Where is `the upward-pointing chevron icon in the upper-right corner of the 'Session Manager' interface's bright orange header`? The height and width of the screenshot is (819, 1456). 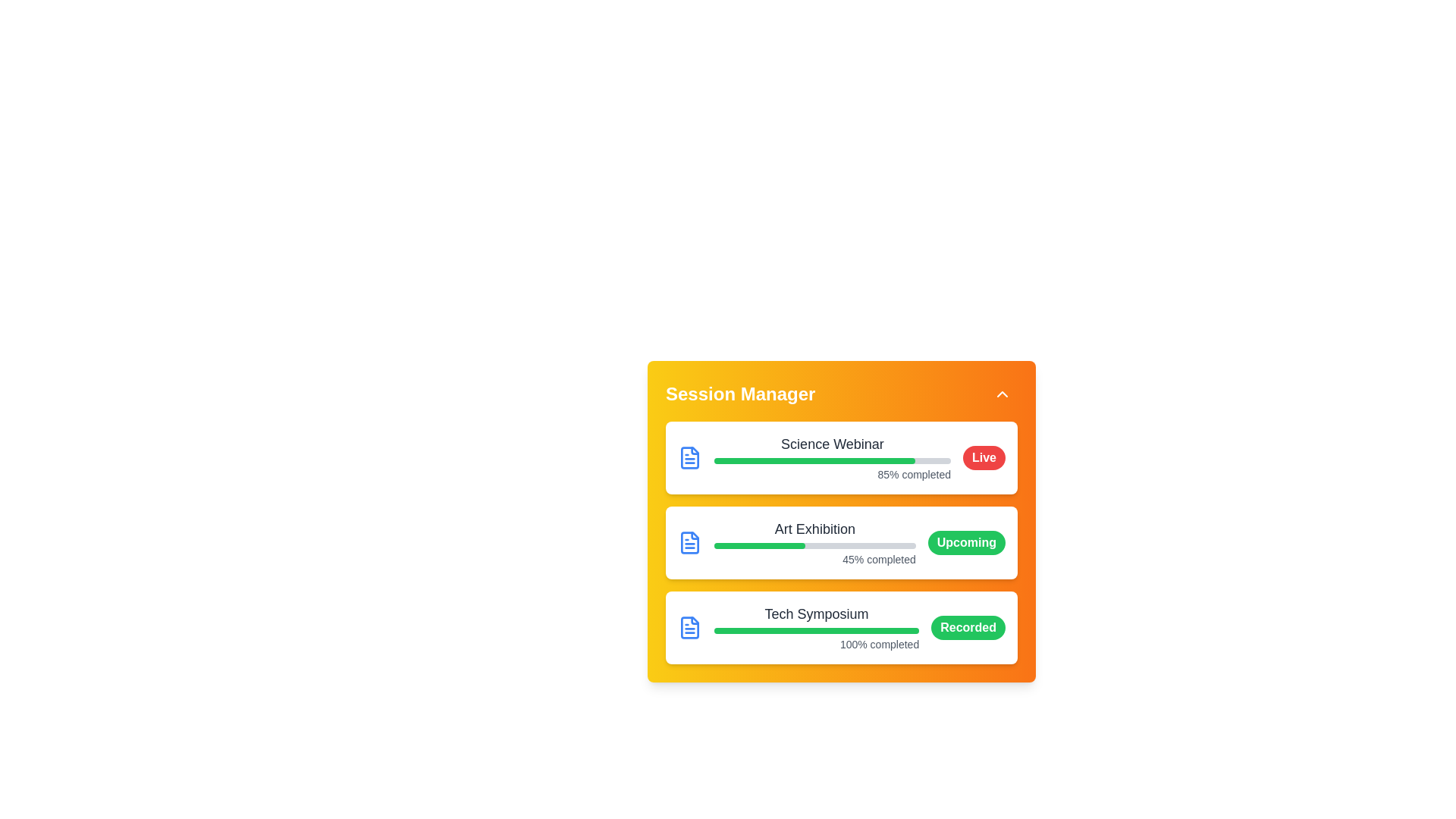
the upward-pointing chevron icon in the upper-right corner of the 'Session Manager' interface's bright orange header is located at coordinates (1002, 394).